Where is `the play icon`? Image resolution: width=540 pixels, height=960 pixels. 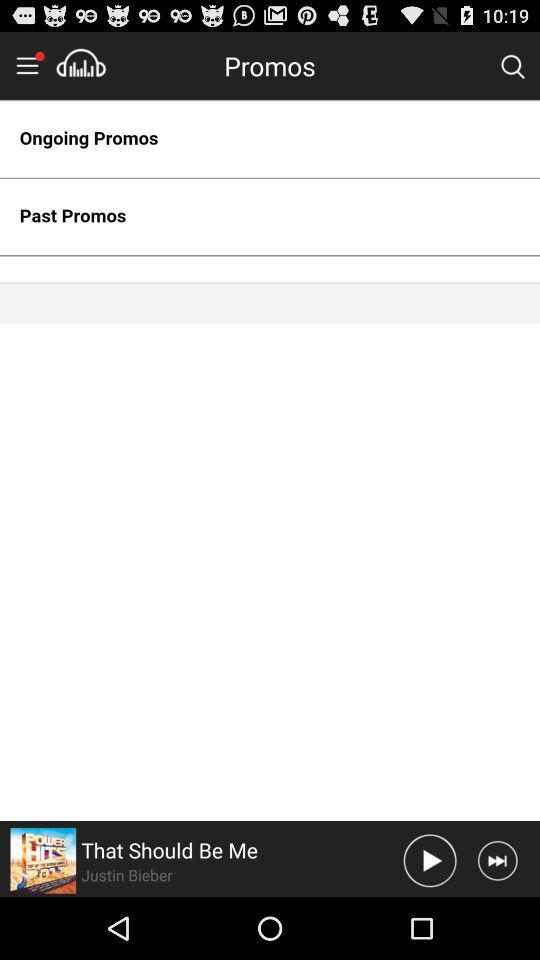 the play icon is located at coordinates (429, 921).